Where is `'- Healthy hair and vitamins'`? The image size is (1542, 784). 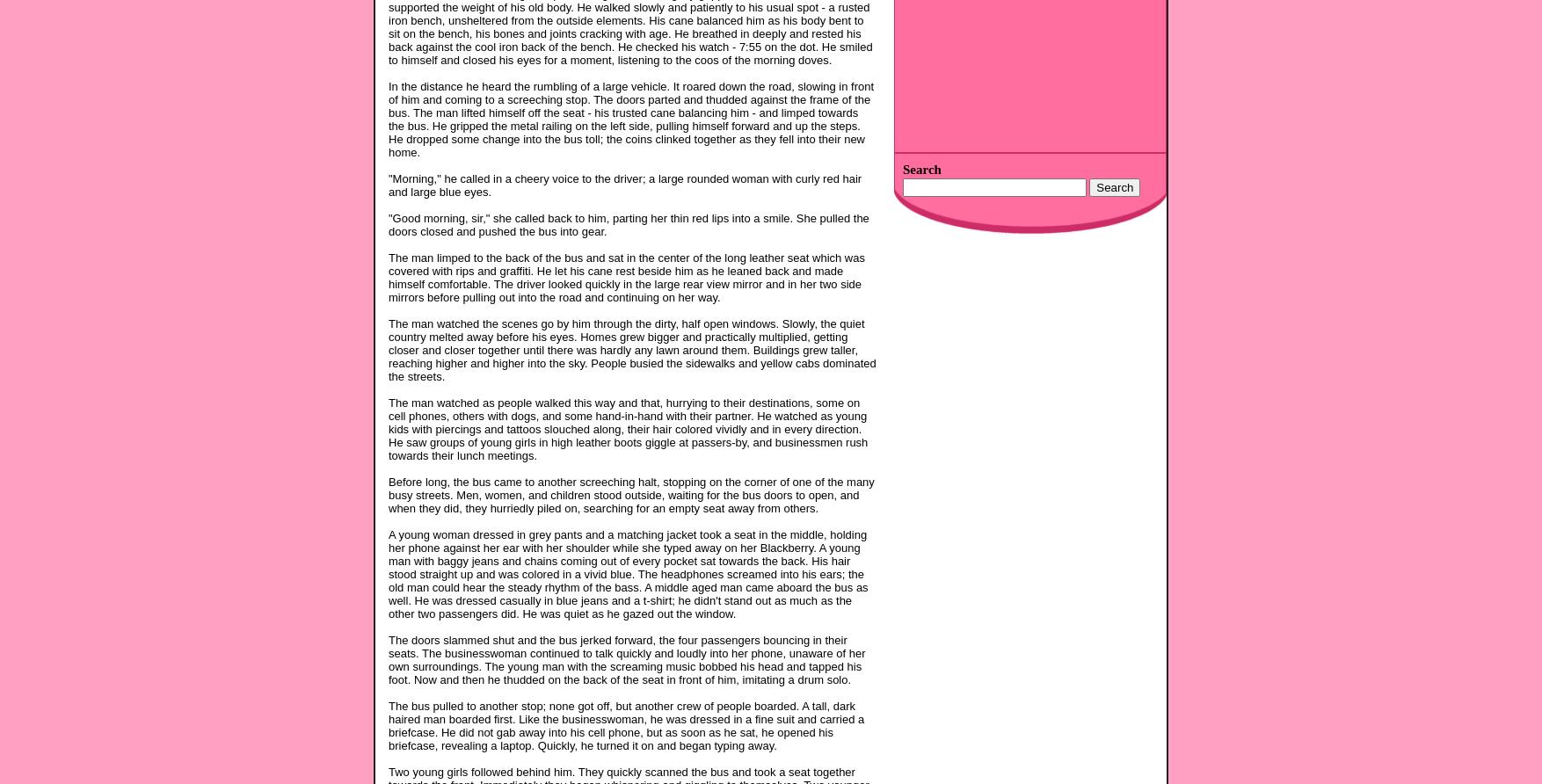
'- Healthy hair and vitamins' is located at coordinates (901, 260).